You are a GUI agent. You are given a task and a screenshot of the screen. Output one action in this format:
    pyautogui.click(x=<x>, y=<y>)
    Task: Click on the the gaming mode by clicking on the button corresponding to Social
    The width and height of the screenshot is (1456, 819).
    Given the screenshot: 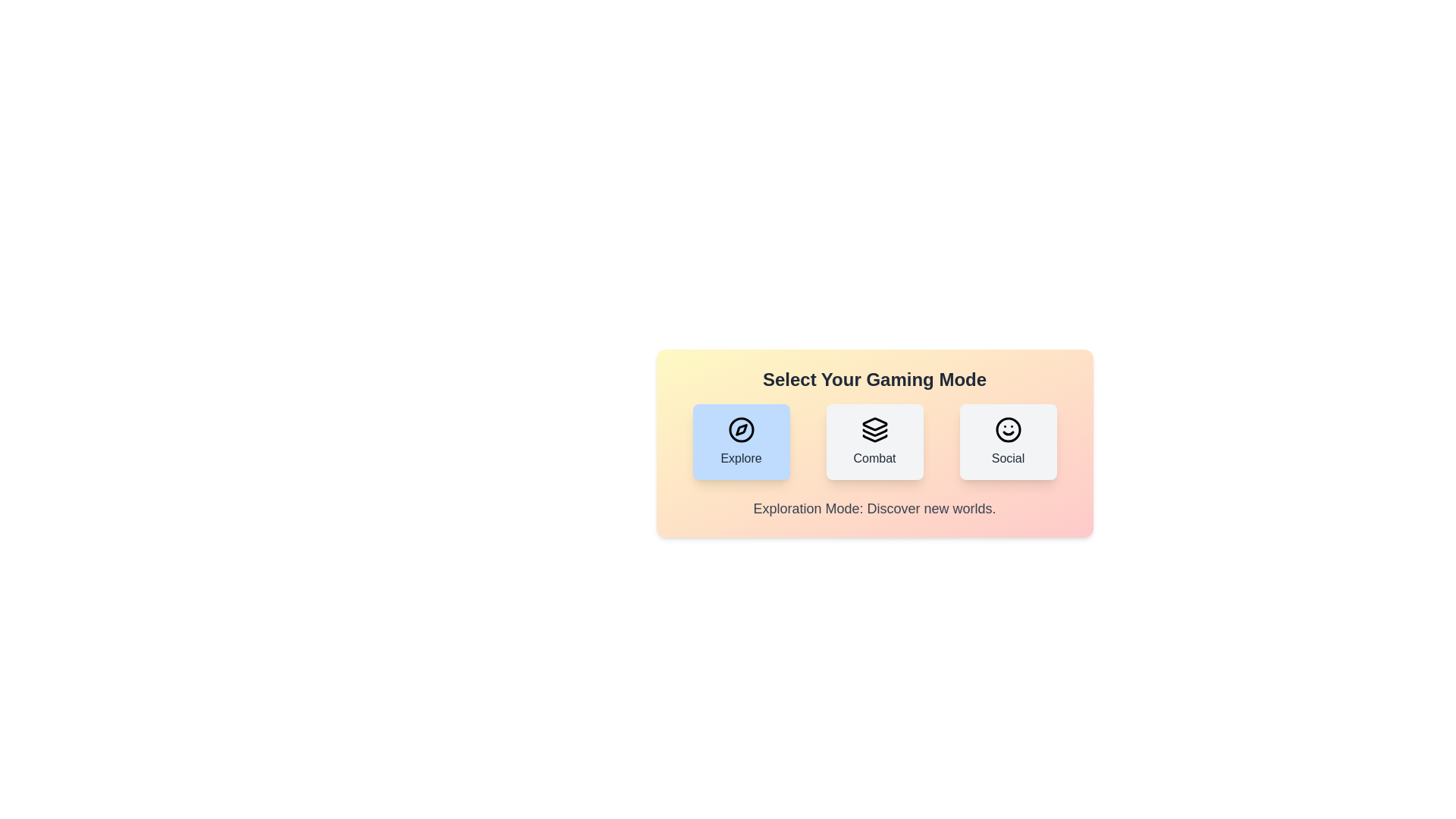 What is the action you would take?
    pyautogui.click(x=1008, y=441)
    